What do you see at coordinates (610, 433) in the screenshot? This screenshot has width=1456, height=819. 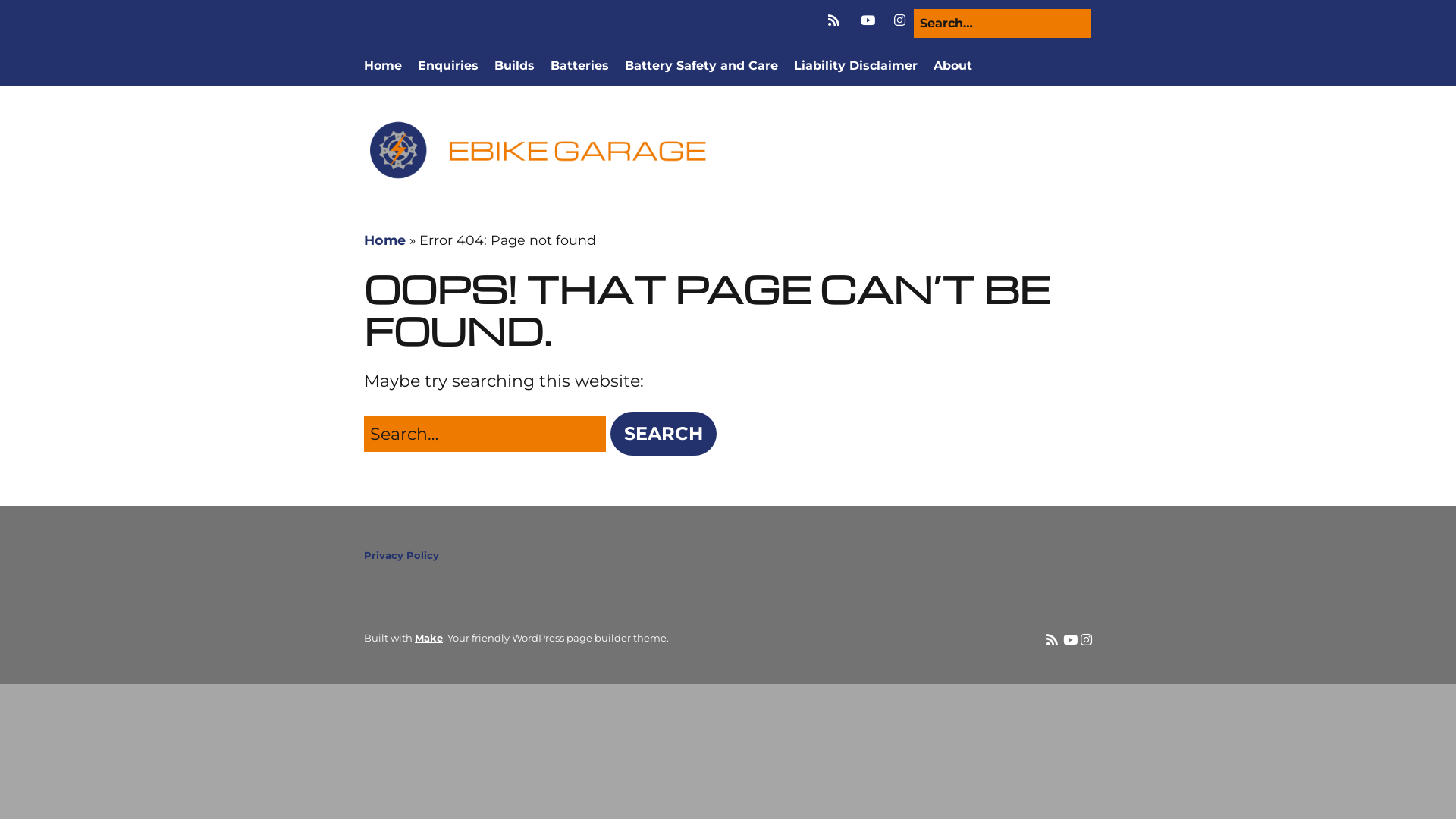 I see `'Search'` at bounding box center [610, 433].